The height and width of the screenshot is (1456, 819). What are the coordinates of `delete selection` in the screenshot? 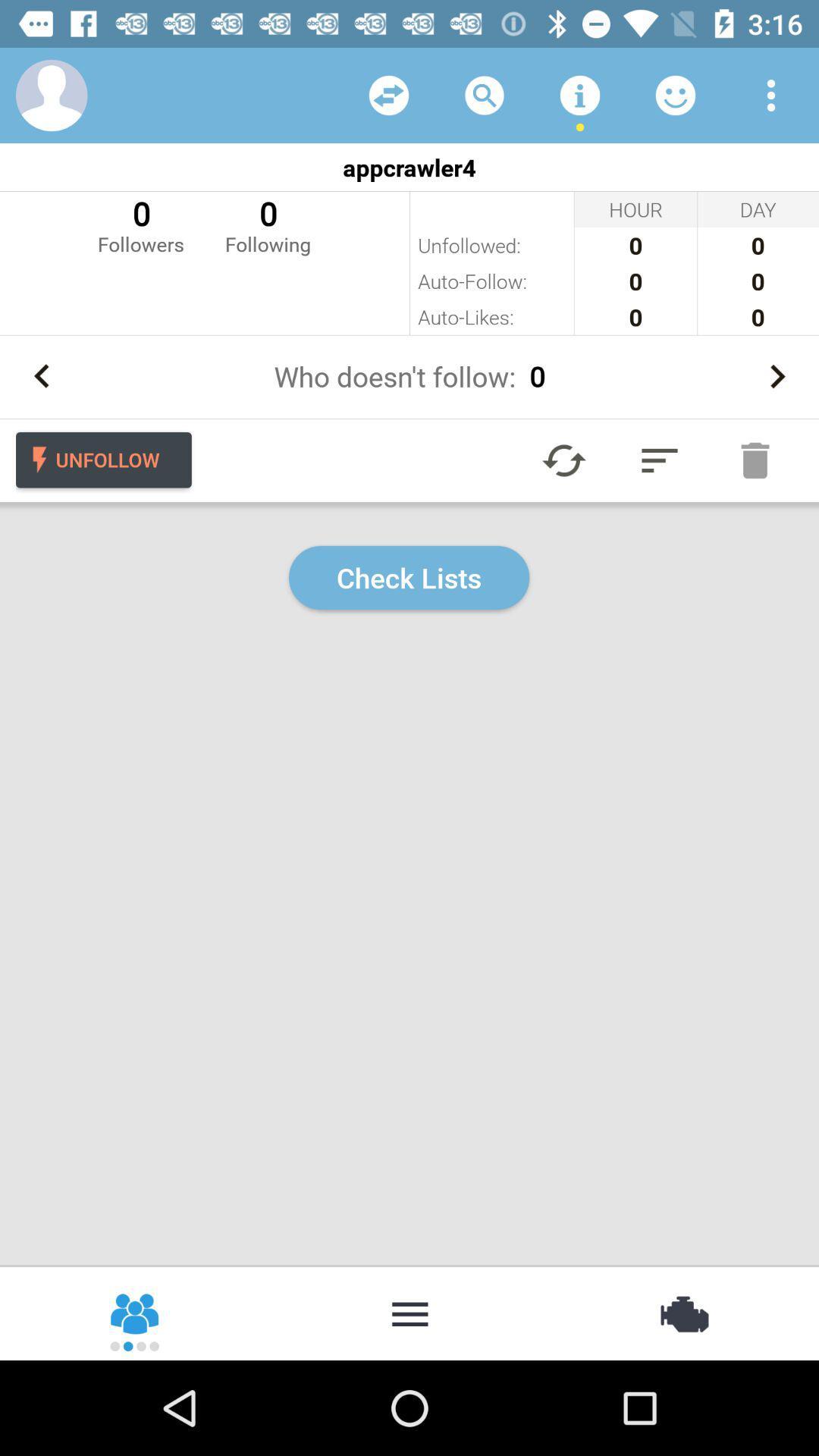 It's located at (755, 460).